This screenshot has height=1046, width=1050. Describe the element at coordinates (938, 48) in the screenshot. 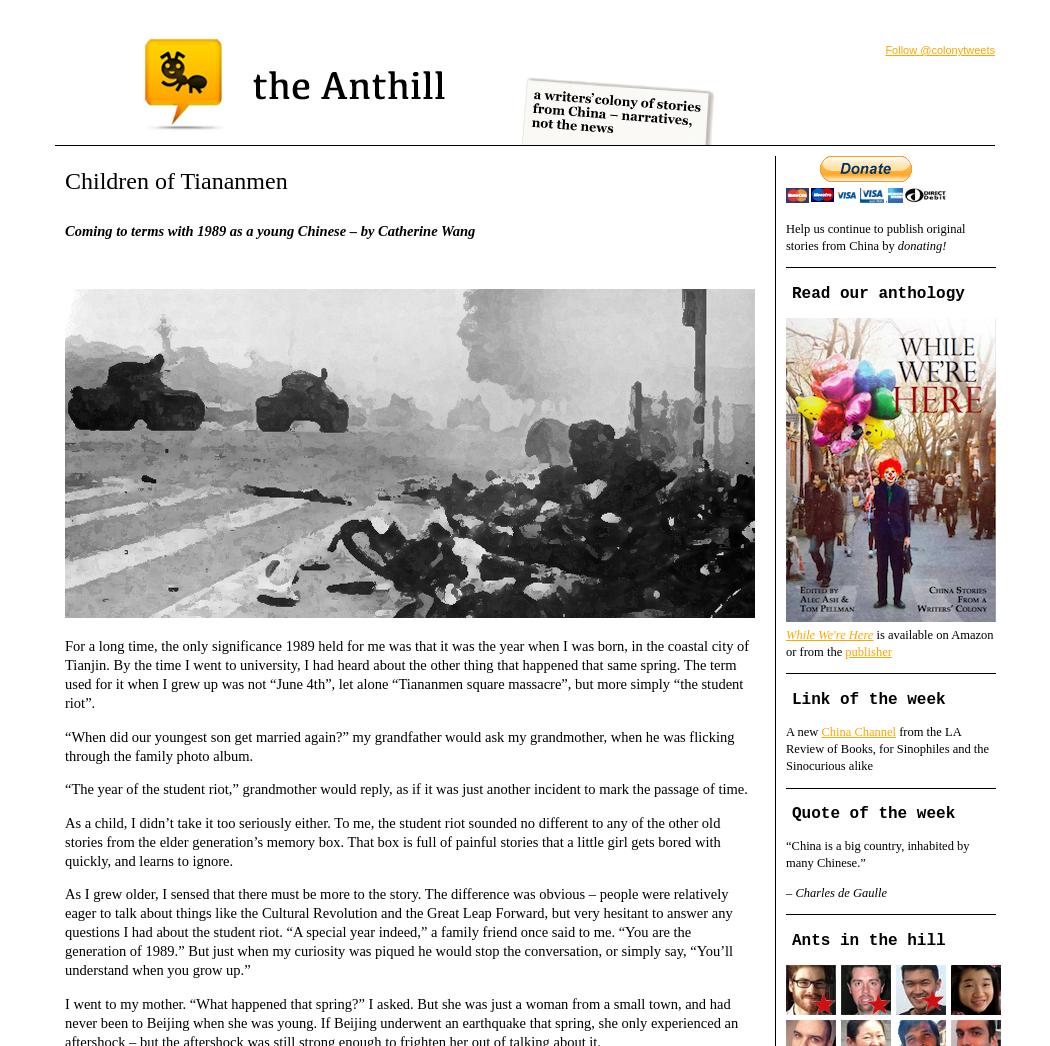

I see `'Follow @colonytweets'` at that location.